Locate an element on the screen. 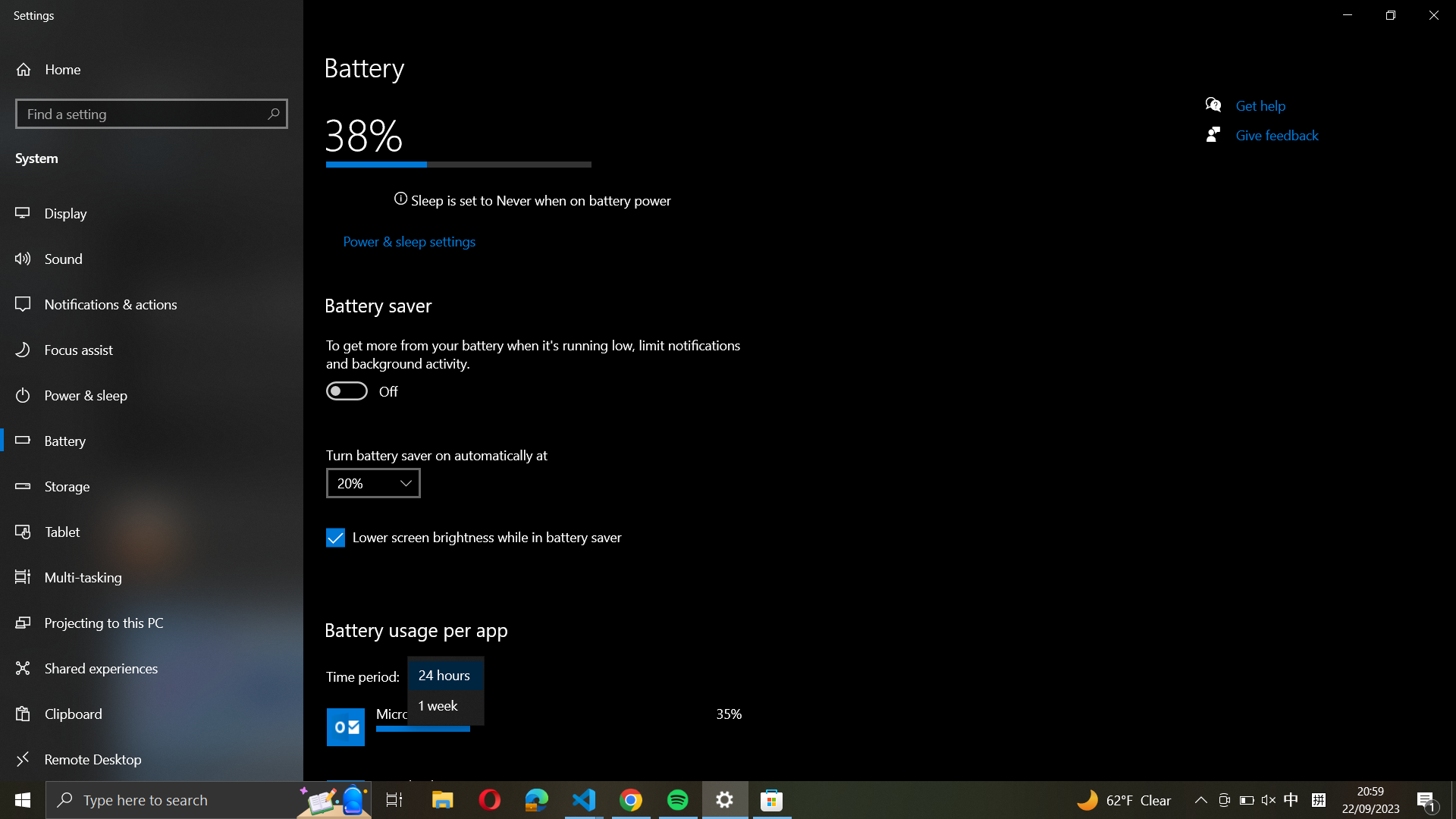 This screenshot has width=1456, height=819. the display configurations is located at coordinates (153, 212).